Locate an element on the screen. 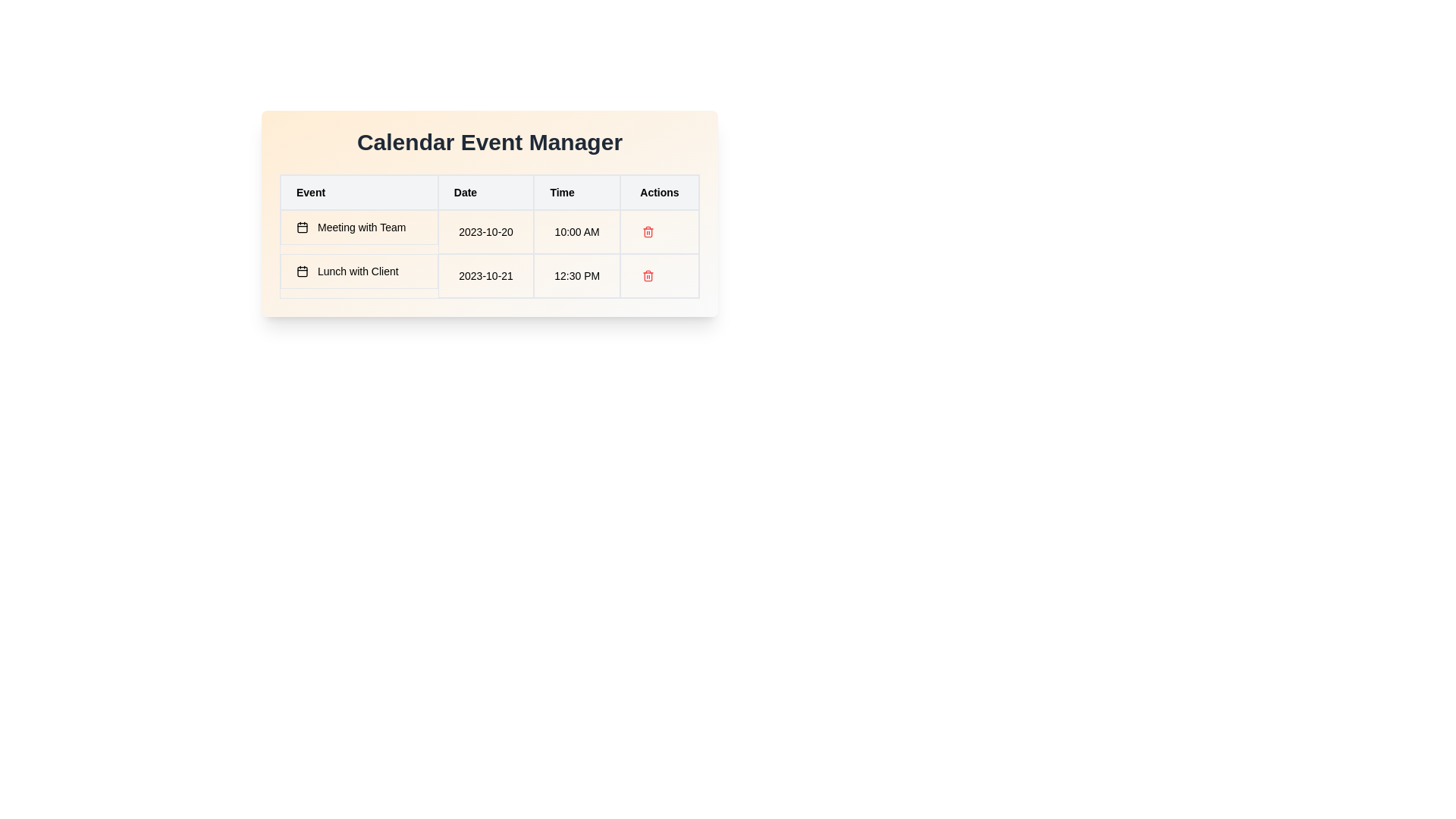  date displayed in the static text element located in the second cell under the 'Date' column of the event management table, positioned in the second row is located at coordinates (486, 275).